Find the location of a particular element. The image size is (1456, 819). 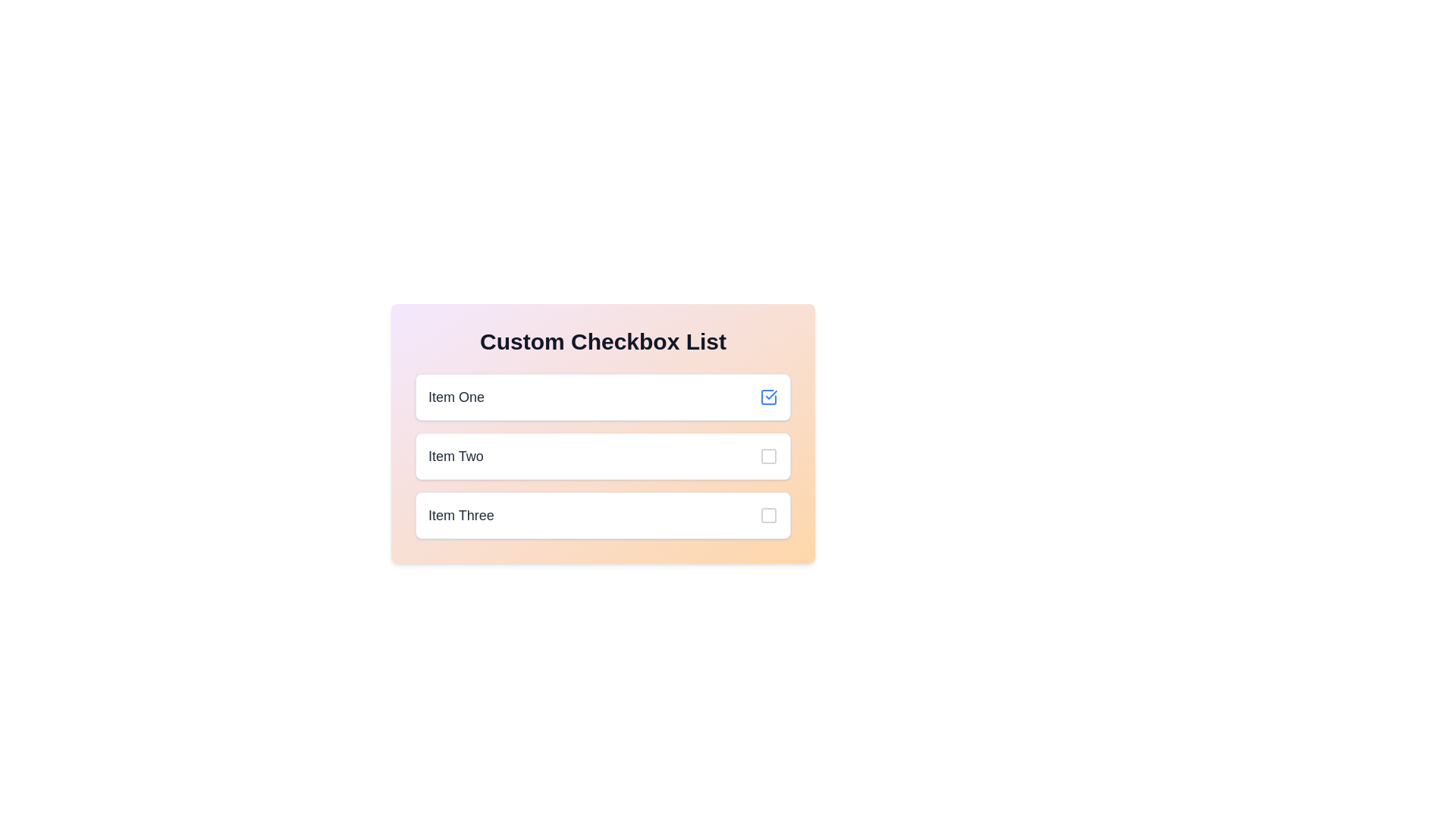

the text label of Item Three to toggle its selection is located at coordinates (460, 514).